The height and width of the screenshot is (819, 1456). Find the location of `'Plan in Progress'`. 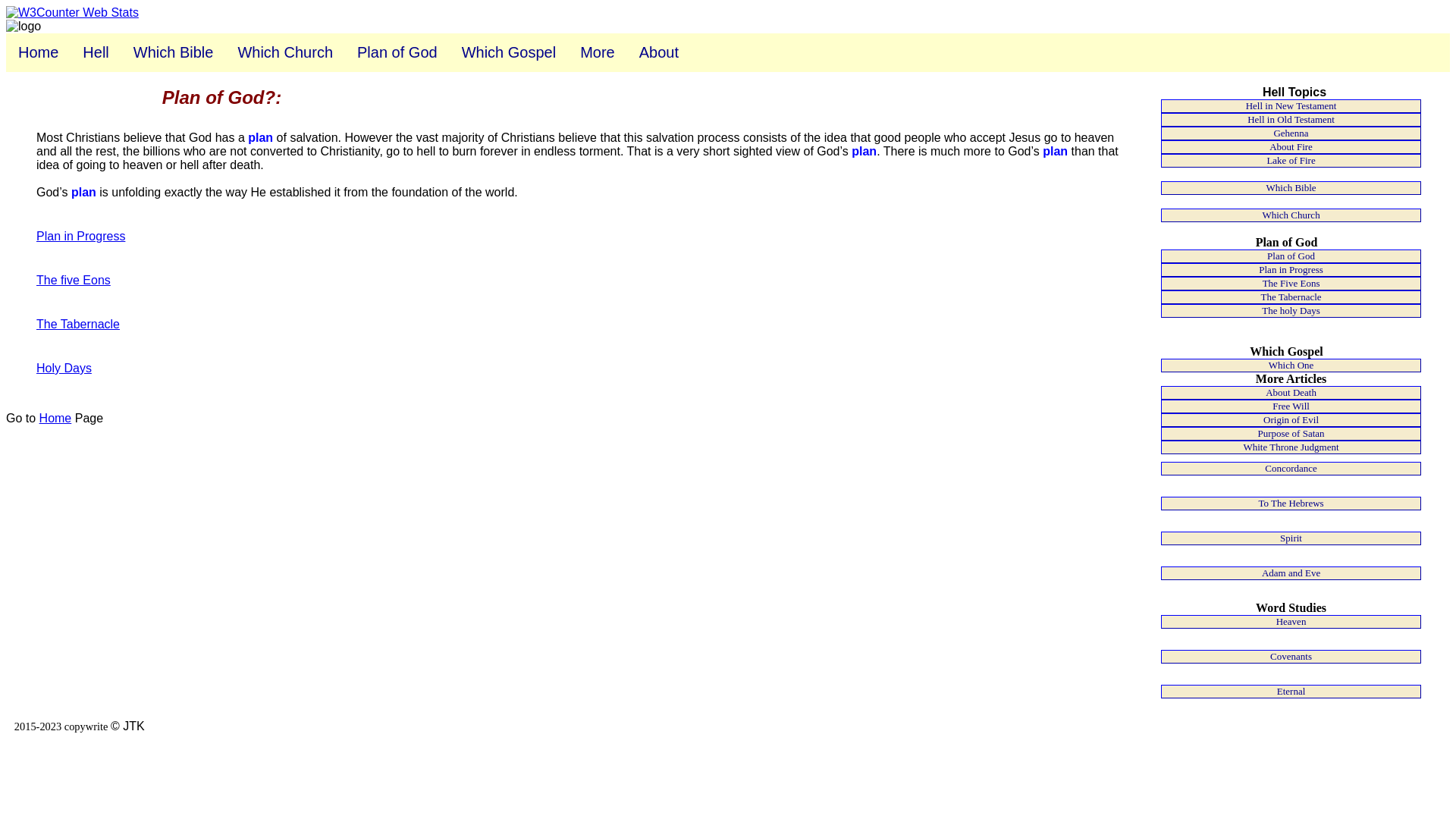

'Plan in Progress' is located at coordinates (80, 236).